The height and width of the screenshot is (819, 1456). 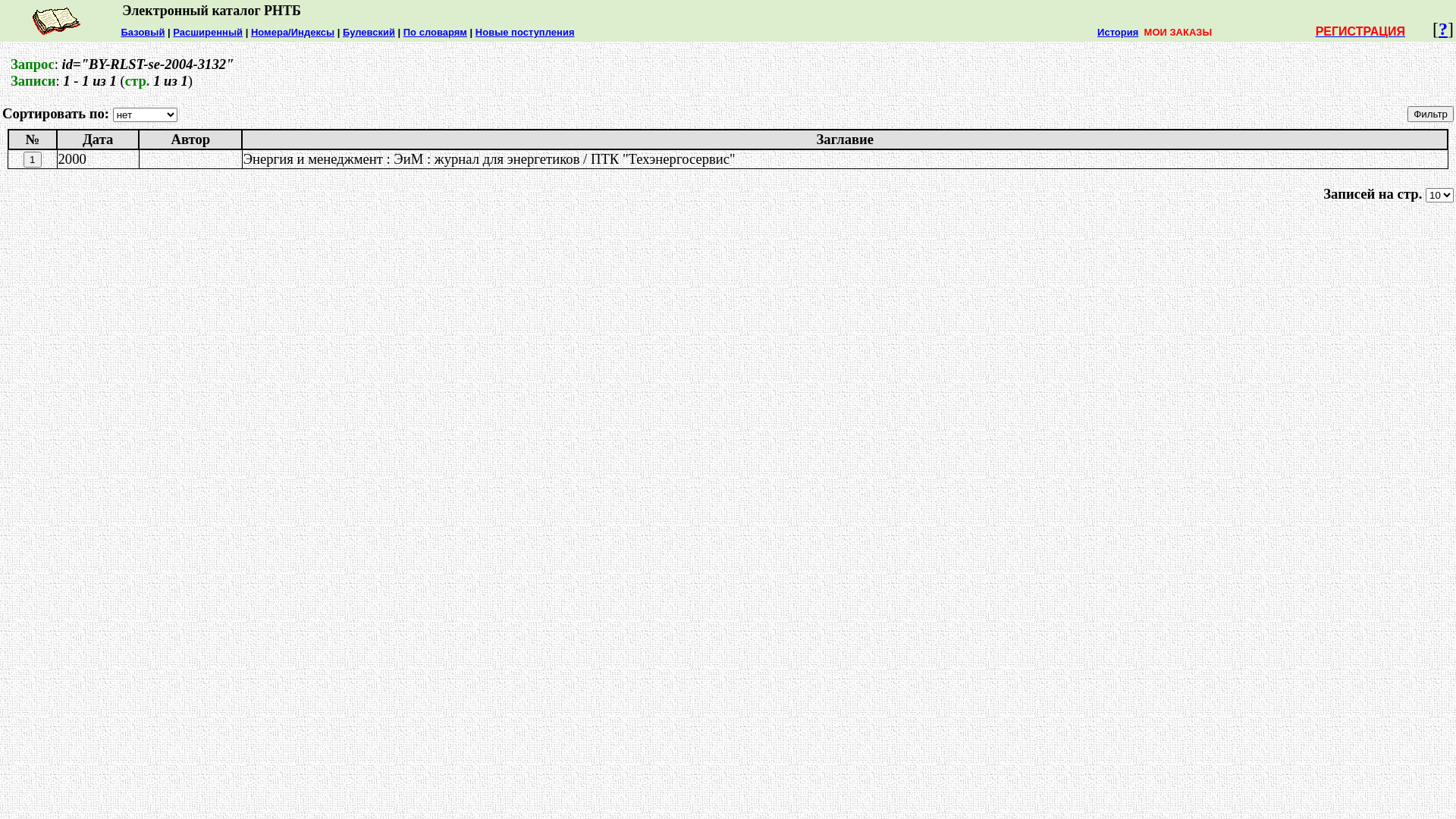 What do you see at coordinates (1442, 29) in the screenshot?
I see `'?'` at bounding box center [1442, 29].